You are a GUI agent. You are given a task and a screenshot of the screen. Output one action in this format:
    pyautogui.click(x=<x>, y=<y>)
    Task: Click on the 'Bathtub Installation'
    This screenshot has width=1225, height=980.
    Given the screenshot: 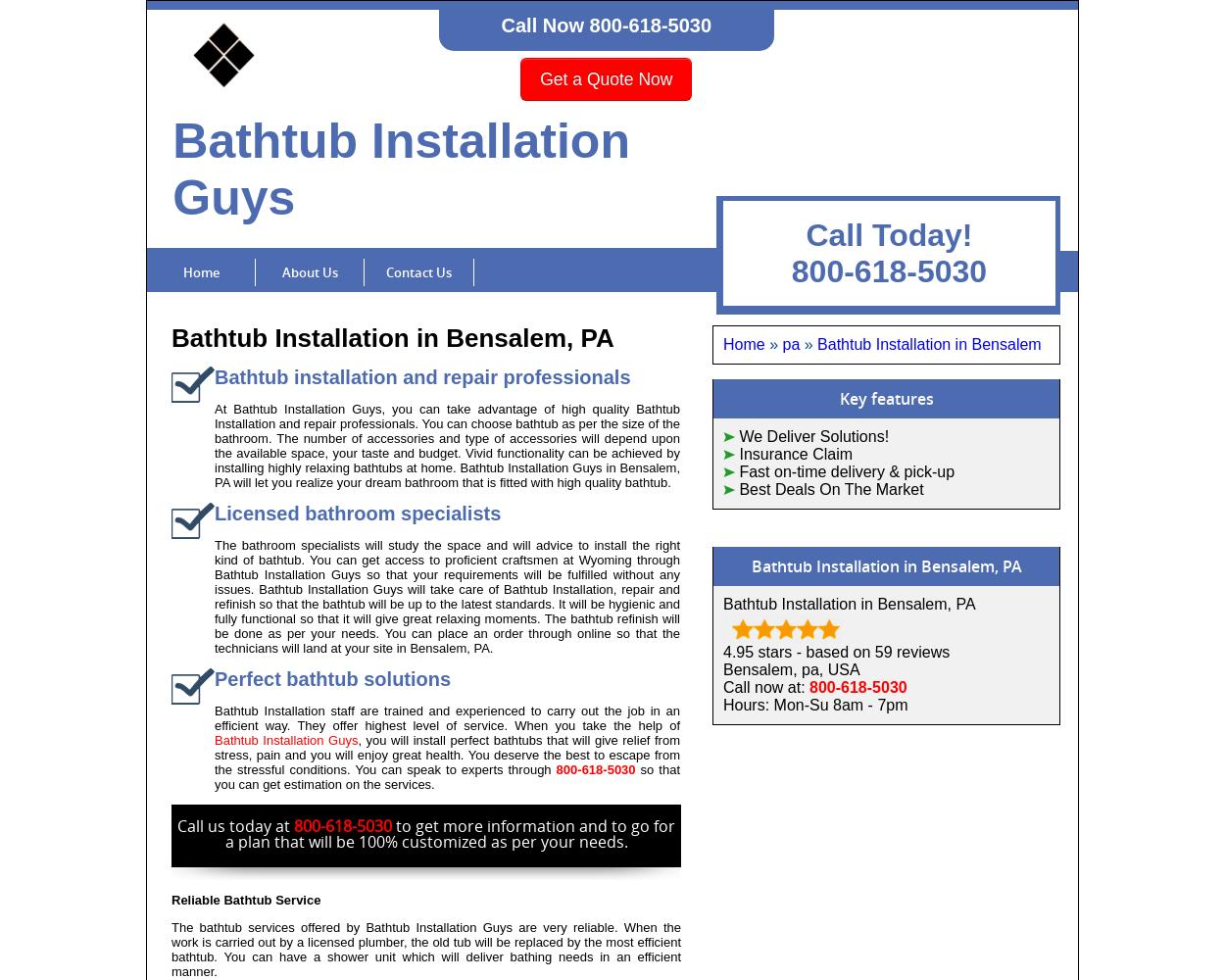 What is the action you would take?
    pyautogui.click(x=688, y=928)
    